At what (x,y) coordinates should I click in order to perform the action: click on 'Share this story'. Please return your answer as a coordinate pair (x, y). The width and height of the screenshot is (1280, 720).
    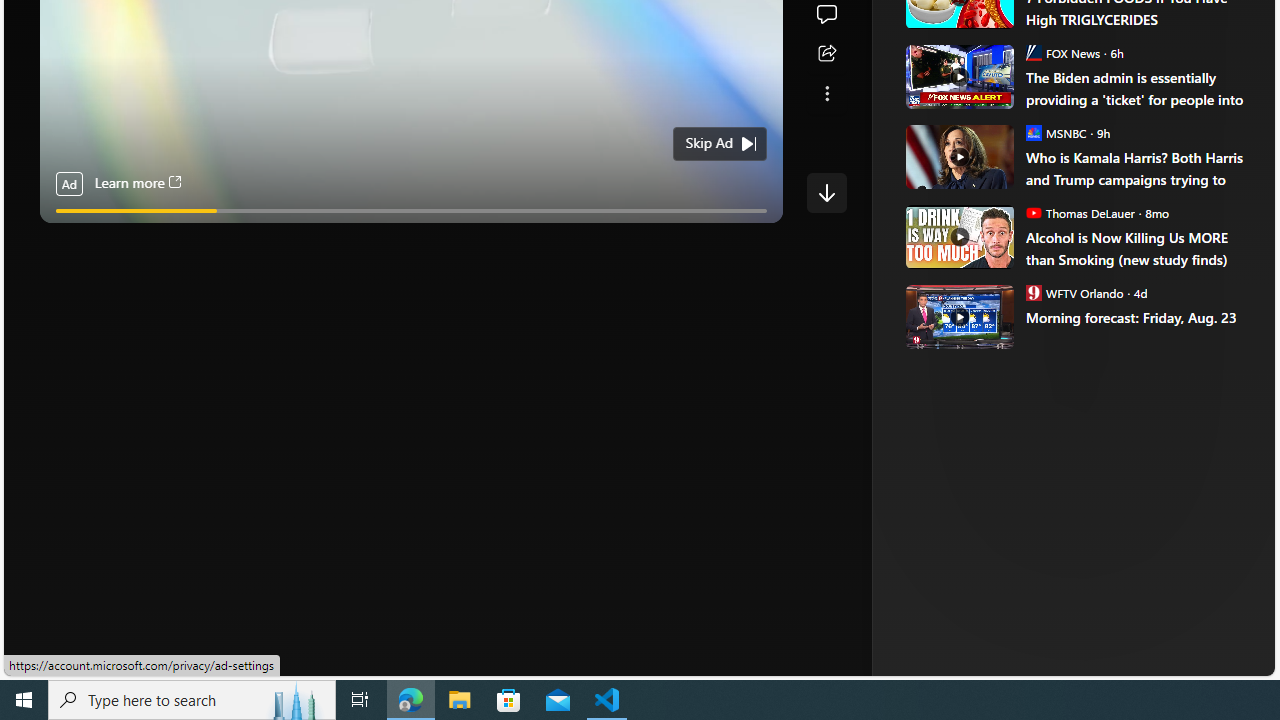
    Looking at the image, I should click on (826, 53).